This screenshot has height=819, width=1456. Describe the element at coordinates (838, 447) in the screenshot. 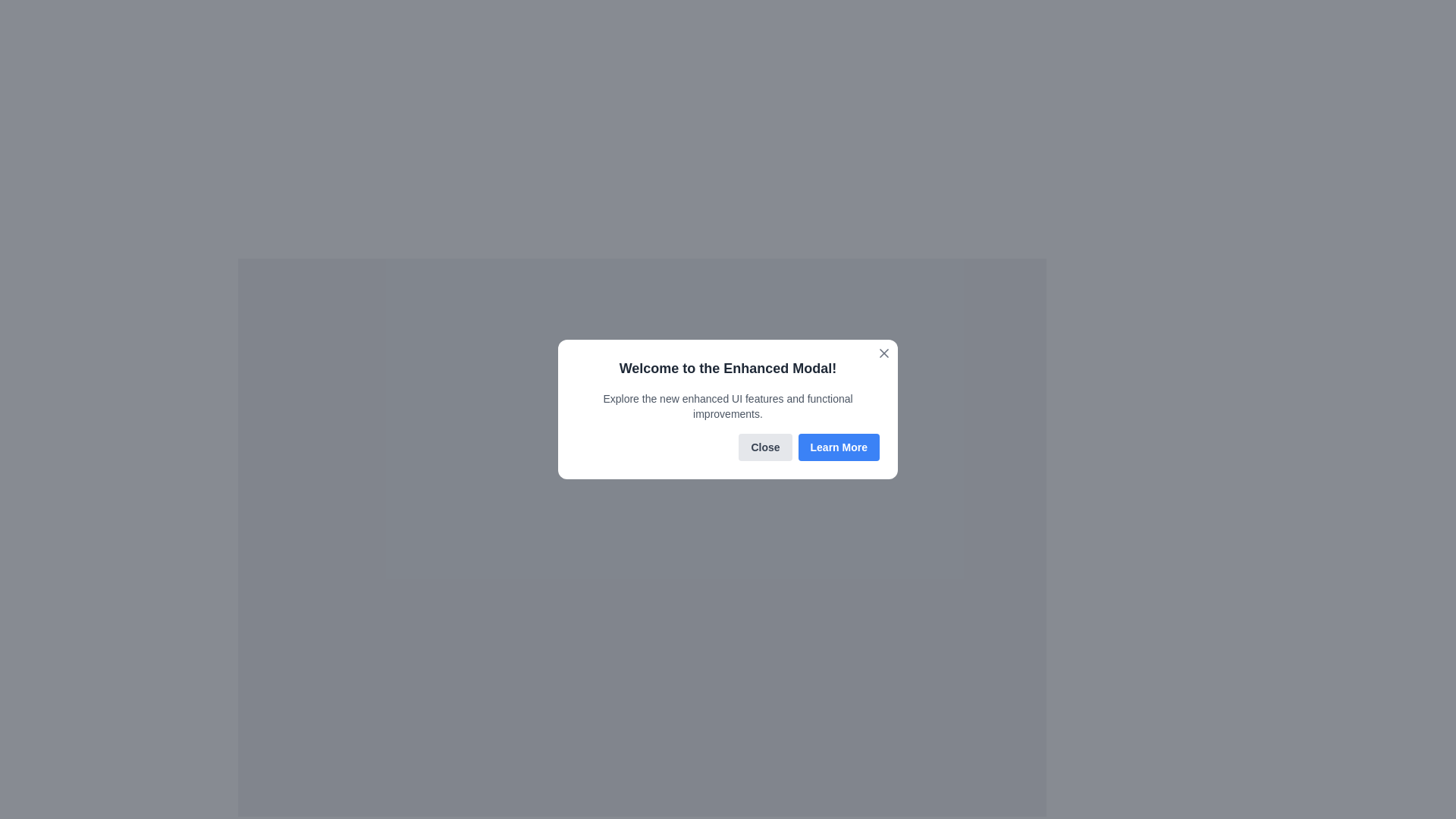

I see `the rectangular button with rounded corners that has a blue background and white bold text reading 'Learn More' to observe its hover effects` at that location.